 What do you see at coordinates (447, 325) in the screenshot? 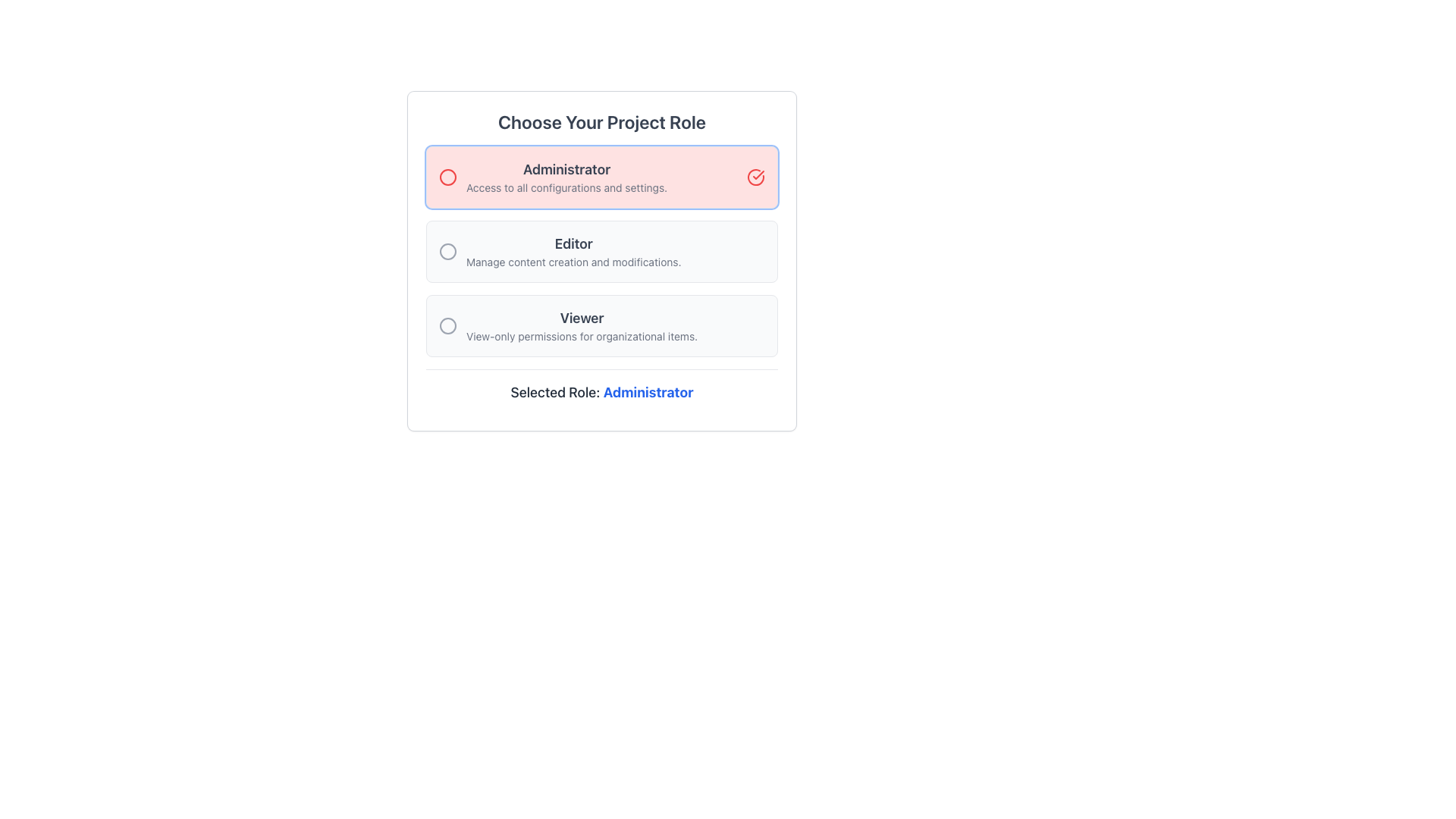
I see `the circular gray outlined icon located in the bottommost section of the role selection interface, just before the 'Viewer' label` at bounding box center [447, 325].